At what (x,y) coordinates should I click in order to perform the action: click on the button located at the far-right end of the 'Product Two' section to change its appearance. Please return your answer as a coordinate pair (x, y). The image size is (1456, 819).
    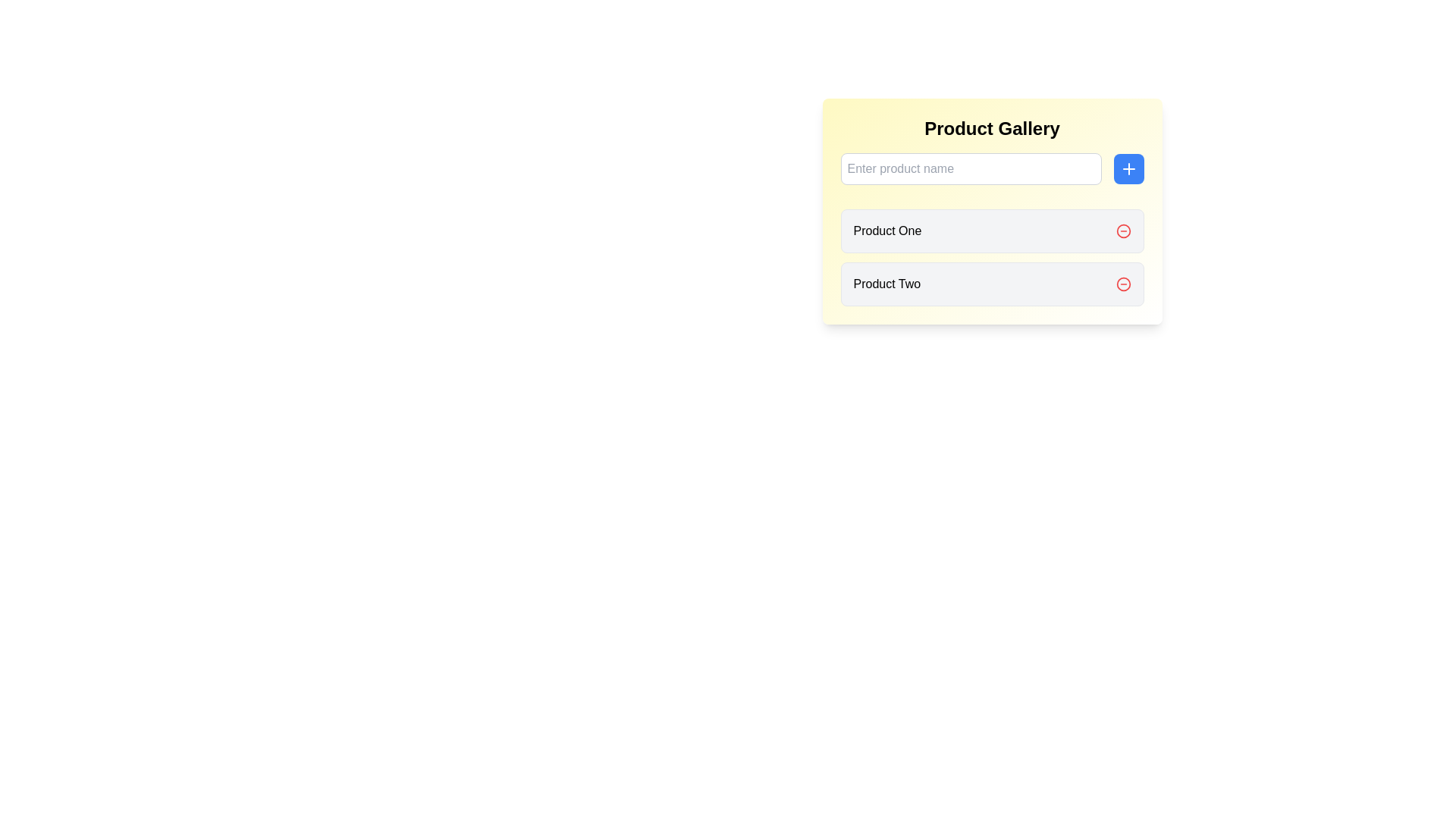
    Looking at the image, I should click on (1123, 284).